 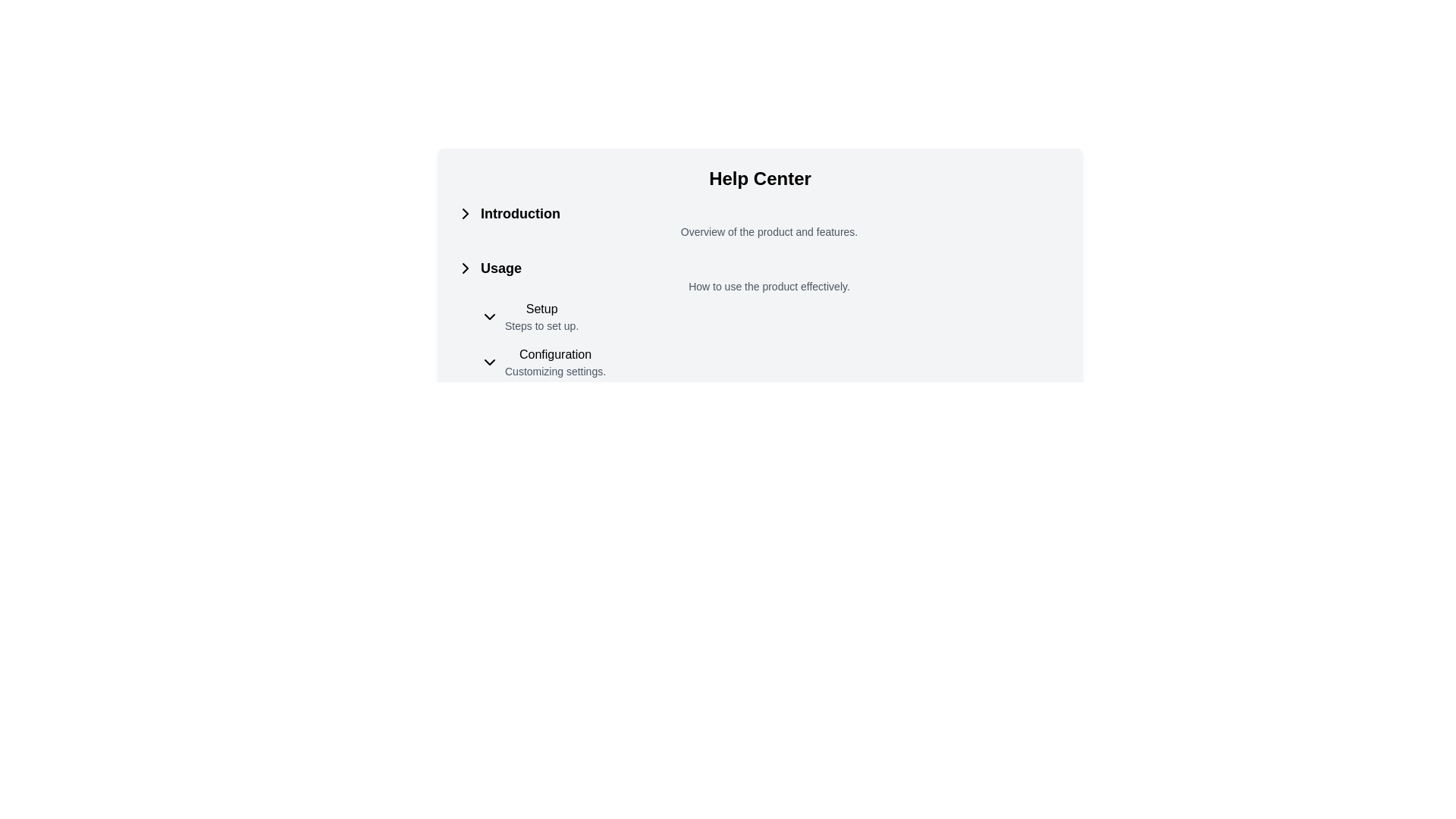 What do you see at coordinates (769, 231) in the screenshot?
I see `the Text Label that reads 'Overview of the product and features', which is located below the bold title 'Introduction'` at bounding box center [769, 231].